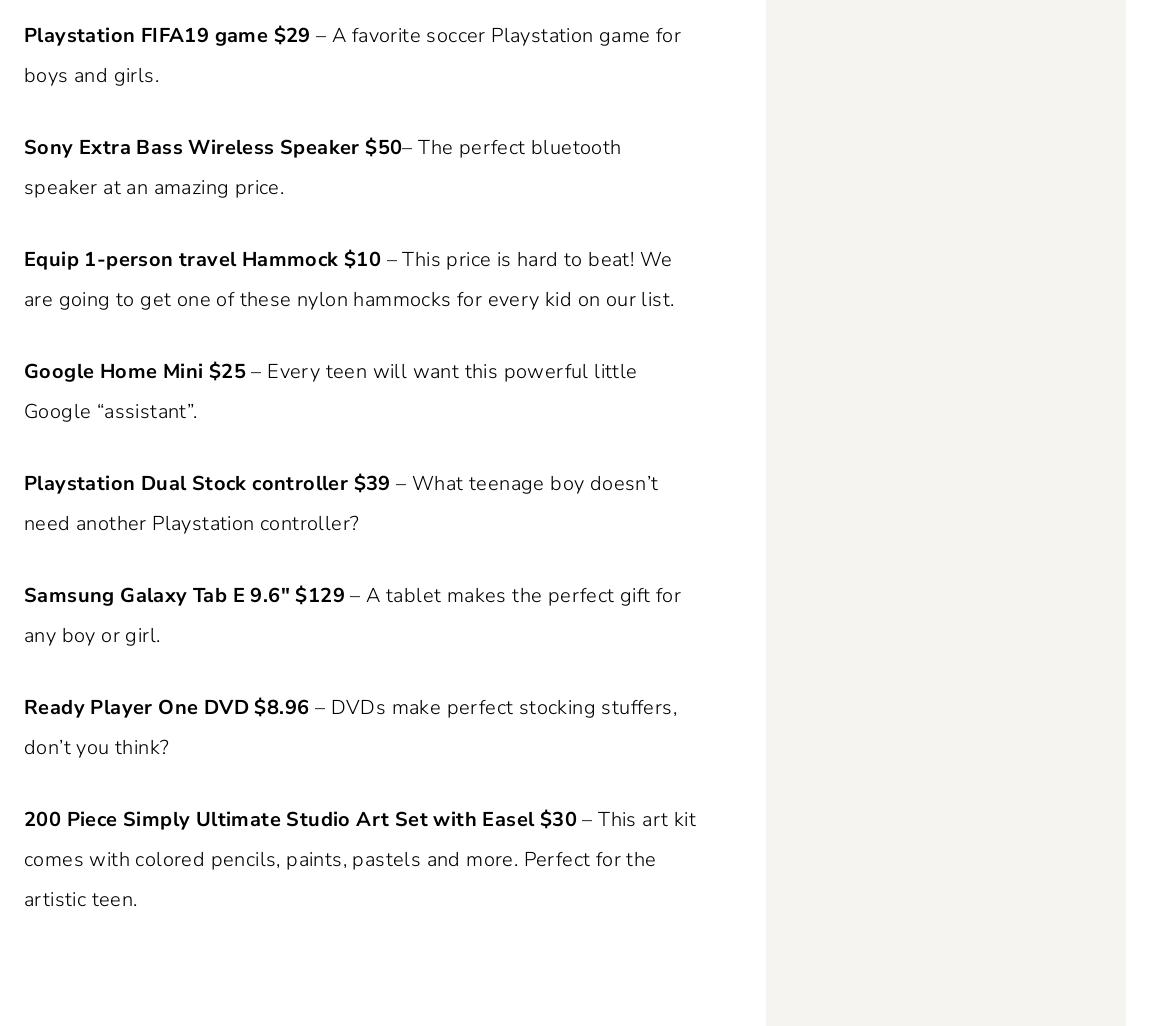 This screenshot has width=1150, height=1026. I want to click on '– What teenage boy doesn’t need another Playstation controller?', so click(340, 502).